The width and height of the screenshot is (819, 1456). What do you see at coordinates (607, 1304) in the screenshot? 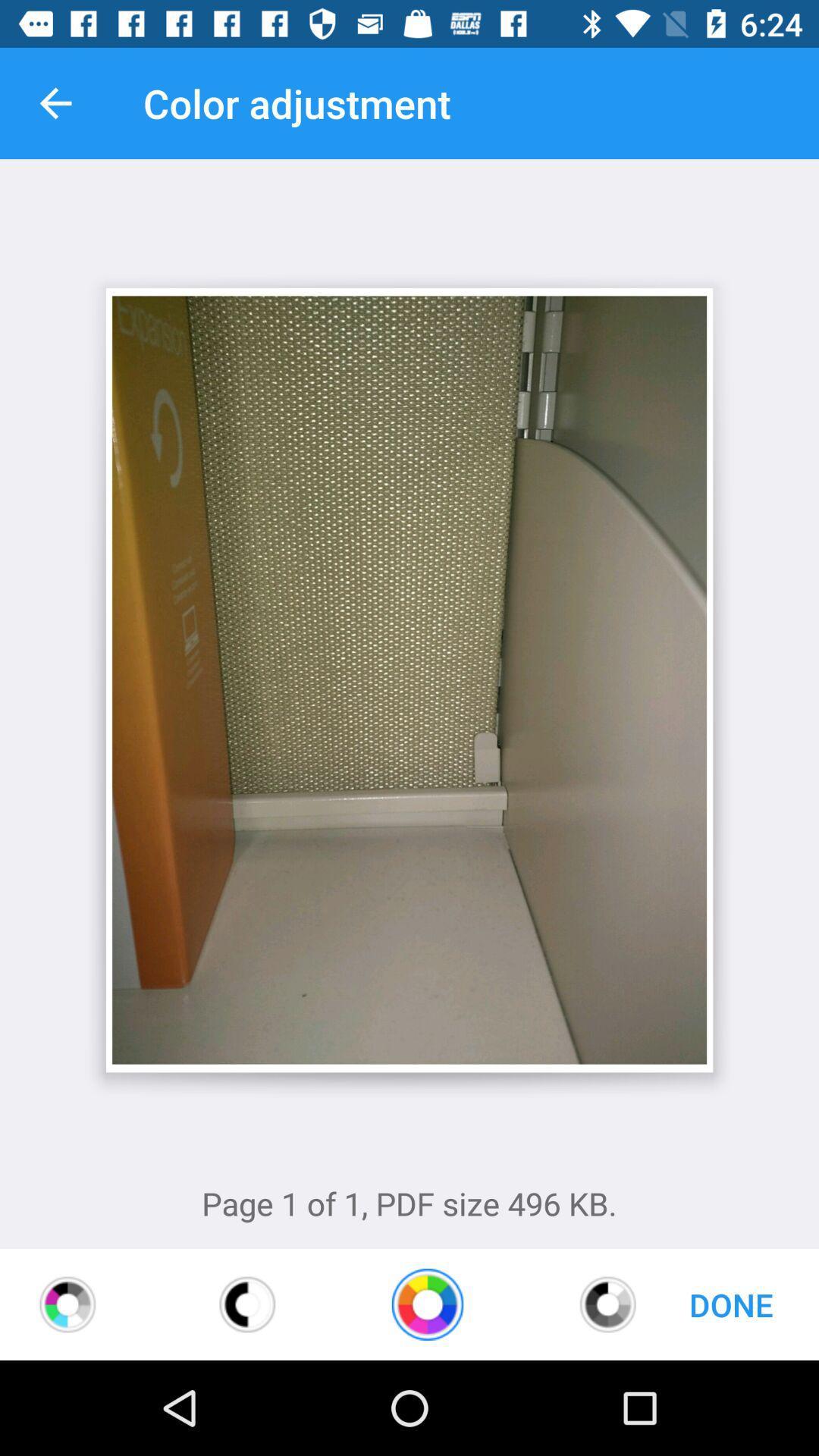
I see `item next to done` at bounding box center [607, 1304].